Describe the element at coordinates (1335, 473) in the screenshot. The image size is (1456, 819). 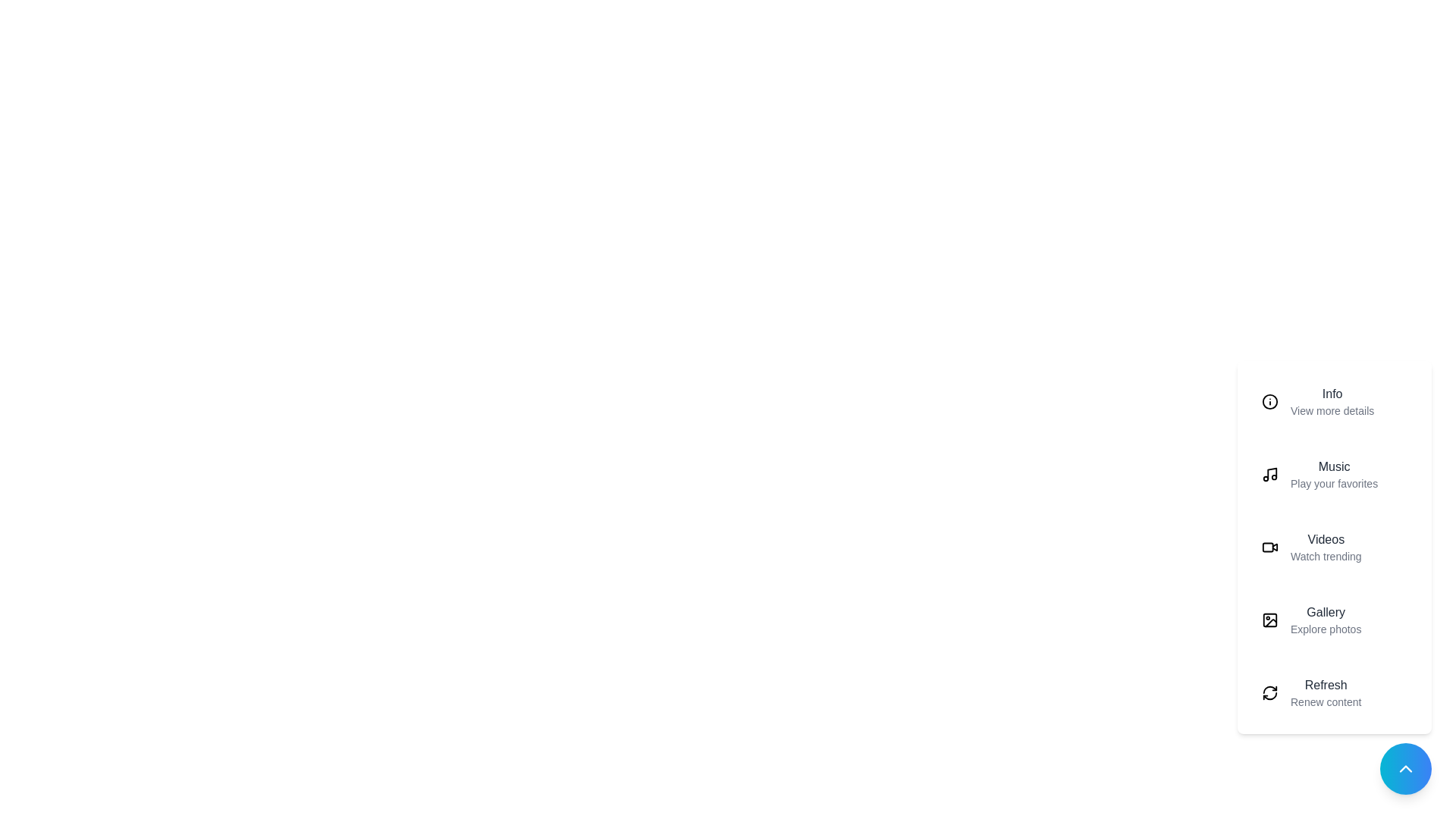
I see `the 'Music' item to play your favorites` at that location.